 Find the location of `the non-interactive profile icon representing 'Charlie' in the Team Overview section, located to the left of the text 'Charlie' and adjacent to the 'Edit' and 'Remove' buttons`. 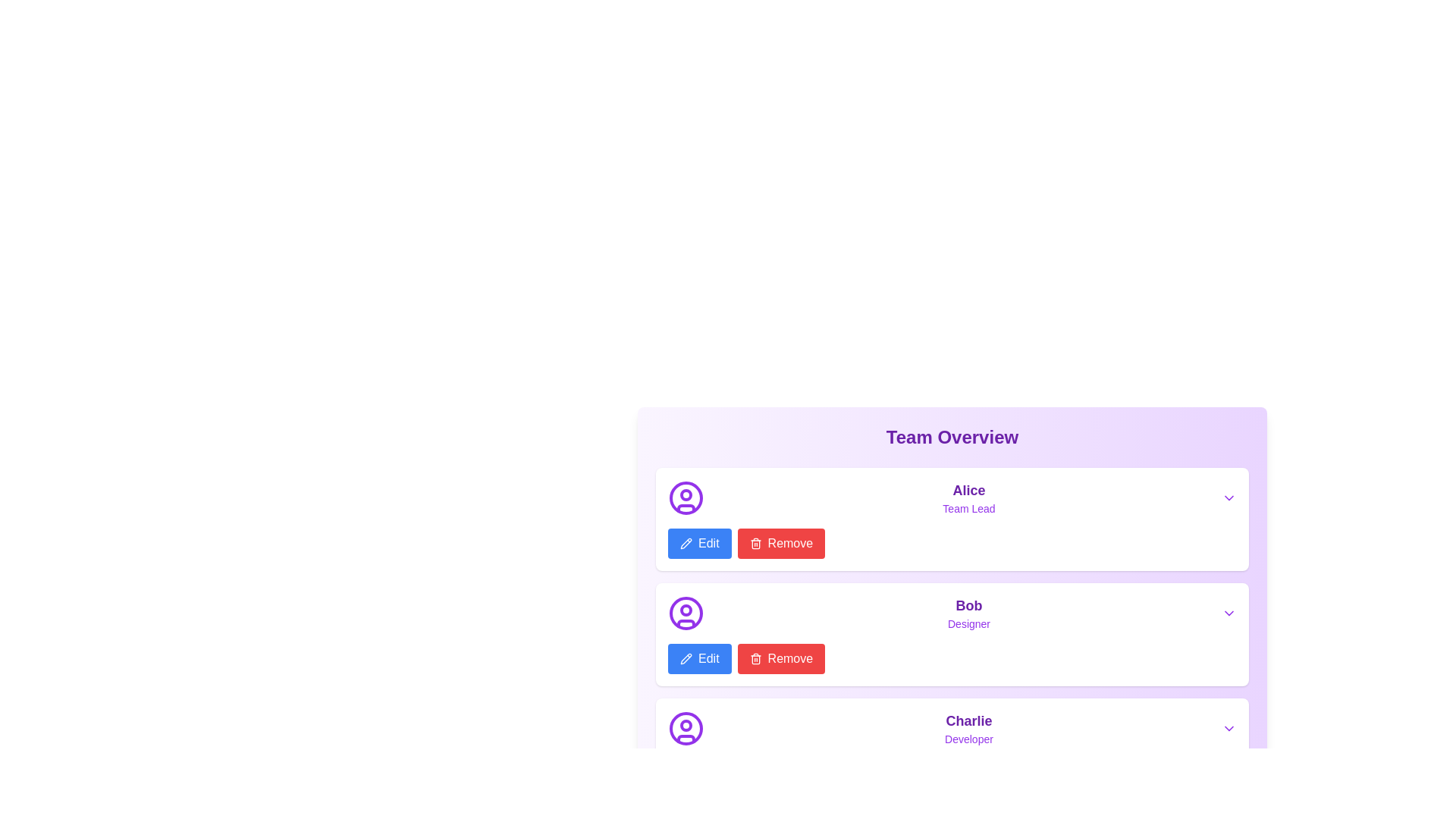

the non-interactive profile icon representing 'Charlie' in the Team Overview section, located to the left of the text 'Charlie' and adjacent to the 'Edit' and 'Remove' buttons is located at coordinates (686, 727).